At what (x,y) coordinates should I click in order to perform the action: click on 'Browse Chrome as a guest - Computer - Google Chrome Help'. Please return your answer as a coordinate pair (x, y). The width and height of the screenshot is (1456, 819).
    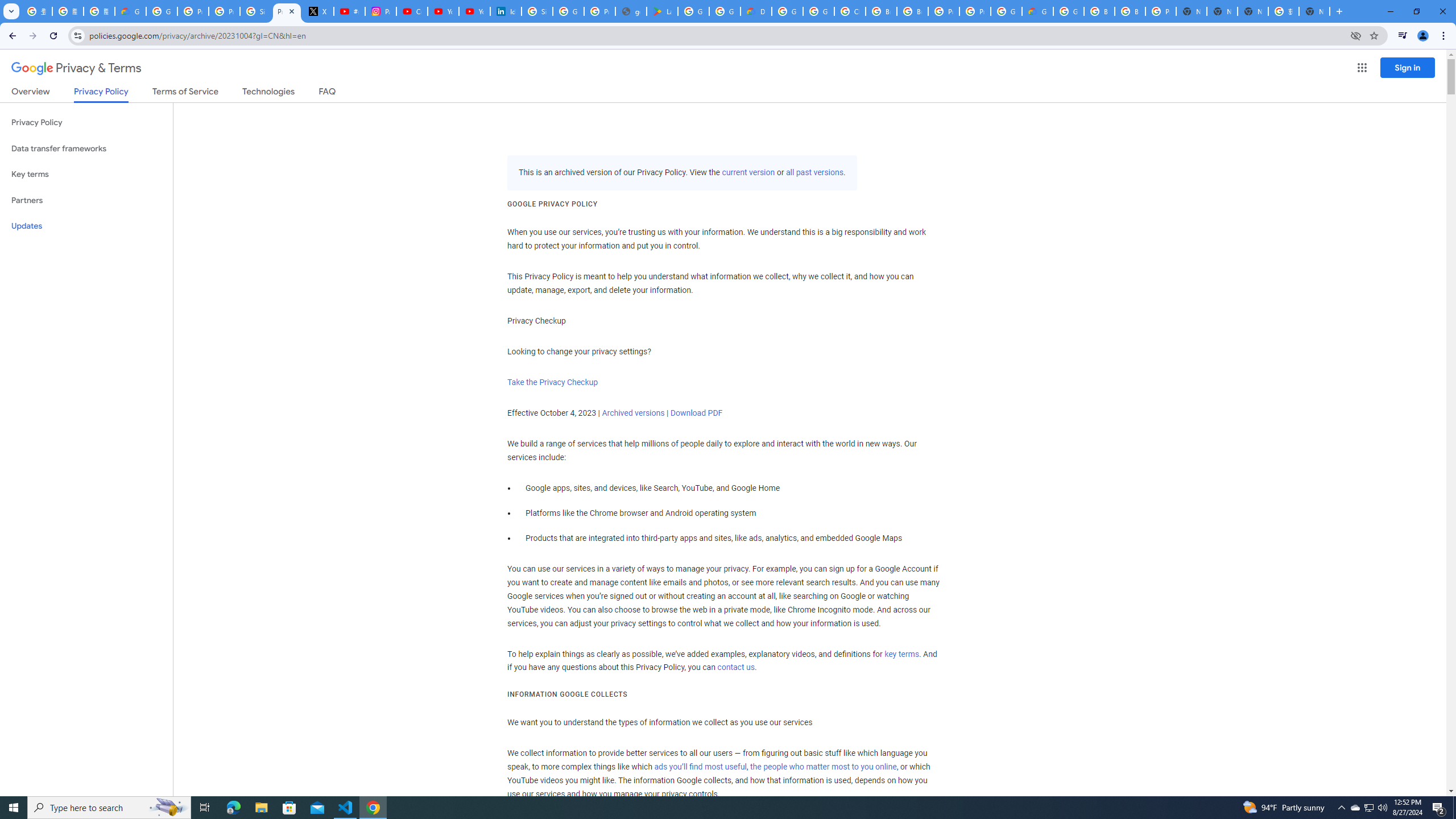
    Looking at the image, I should click on (1129, 11).